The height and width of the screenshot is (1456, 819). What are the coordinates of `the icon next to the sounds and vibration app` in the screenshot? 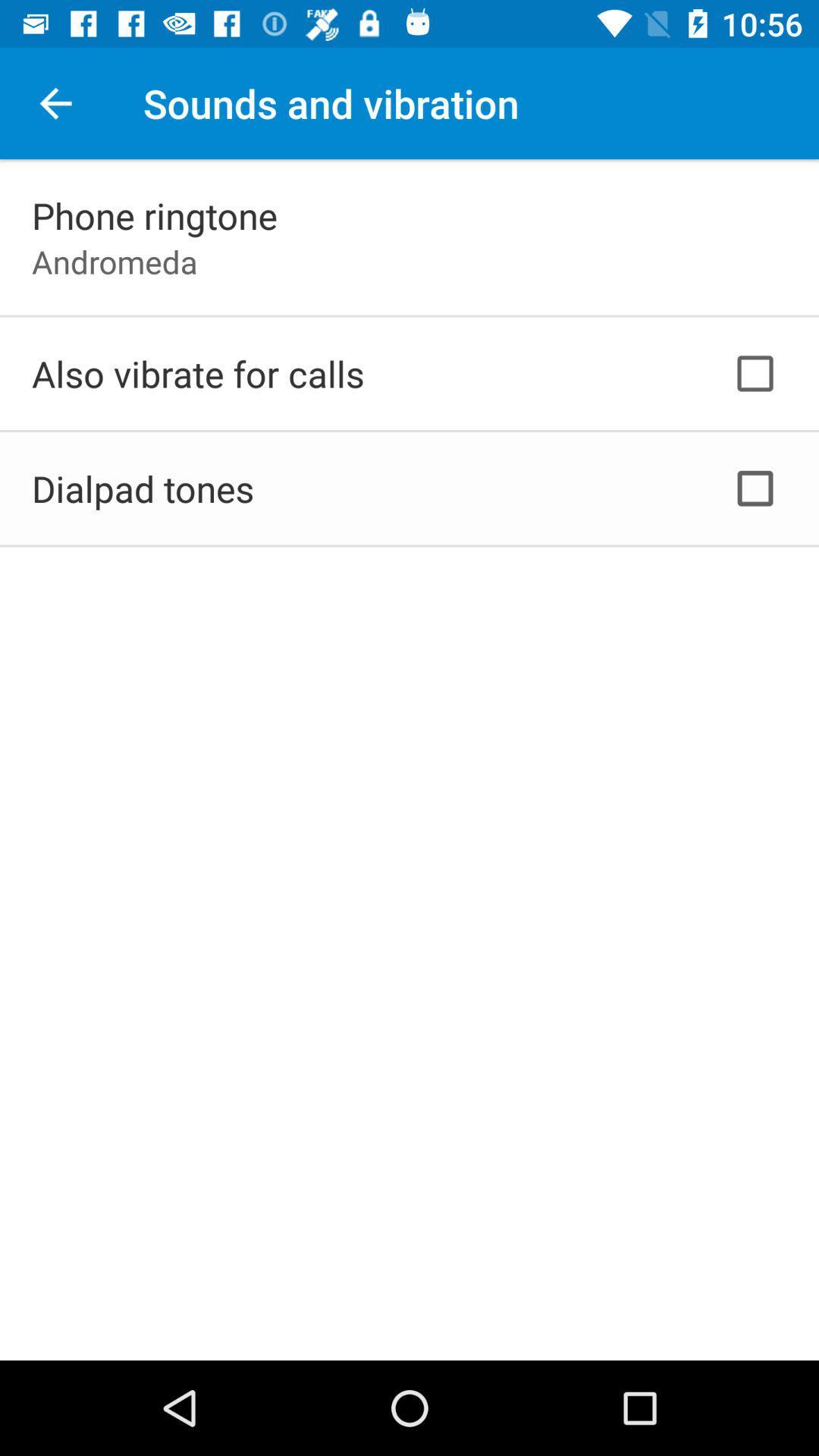 It's located at (55, 102).